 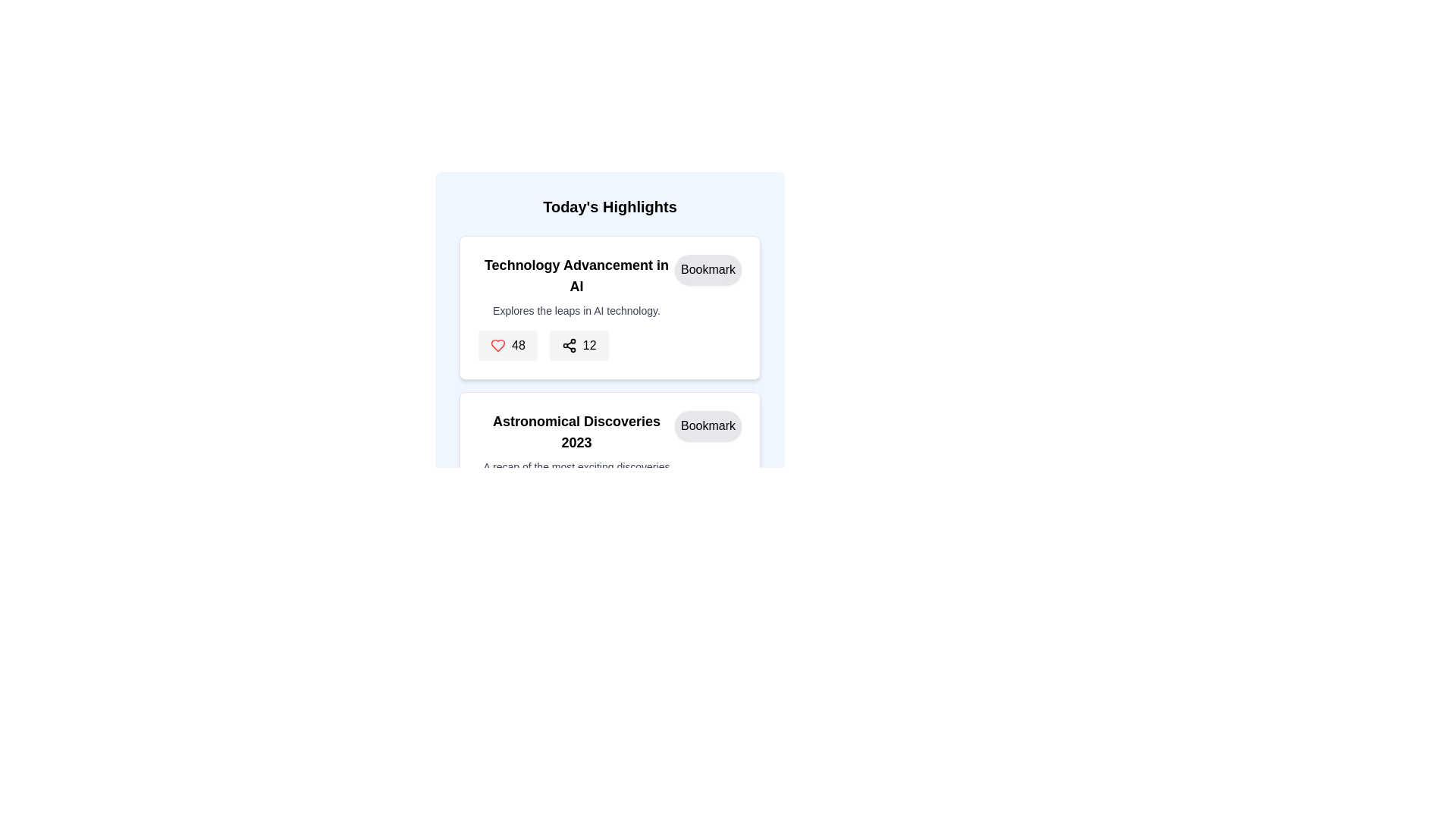 What do you see at coordinates (576, 309) in the screenshot?
I see `text label displaying 'Explores the leaps in AI technology.' which is located below the 'Technology Advancement in AI' title in the 'Today's Highlights' section` at bounding box center [576, 309].